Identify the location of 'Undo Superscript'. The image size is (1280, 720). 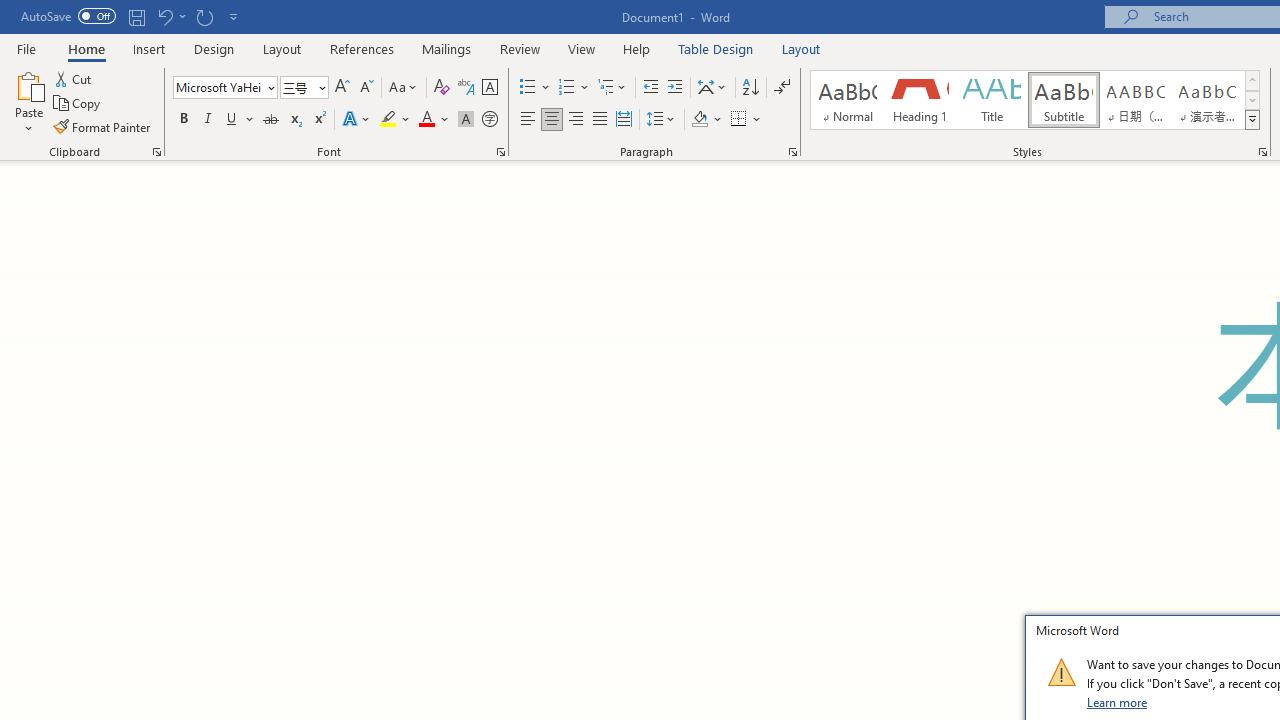
(164, 16).